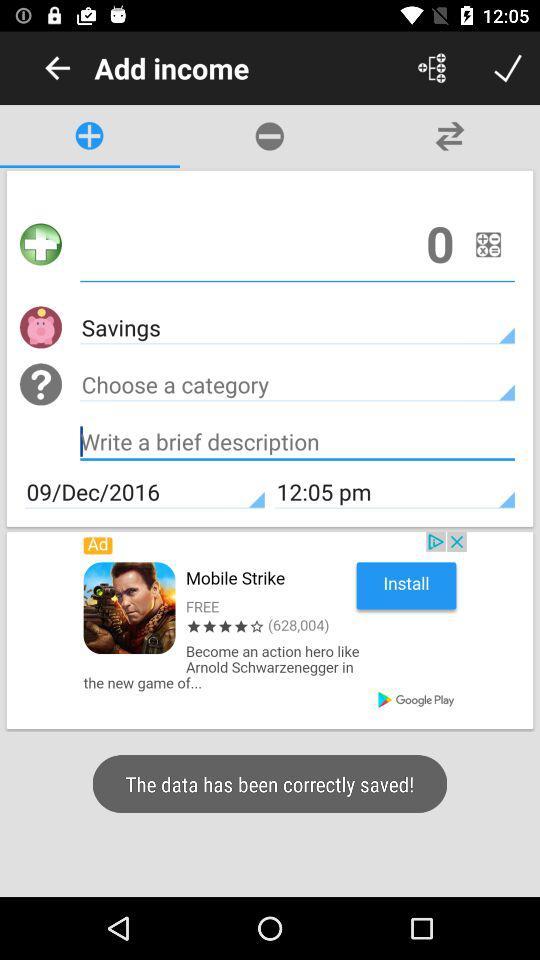 The image size is (540, 960). What do you see at coordinates (296, 243) in the screenshot?
I see `type amount` at bounding box center [296, 243].